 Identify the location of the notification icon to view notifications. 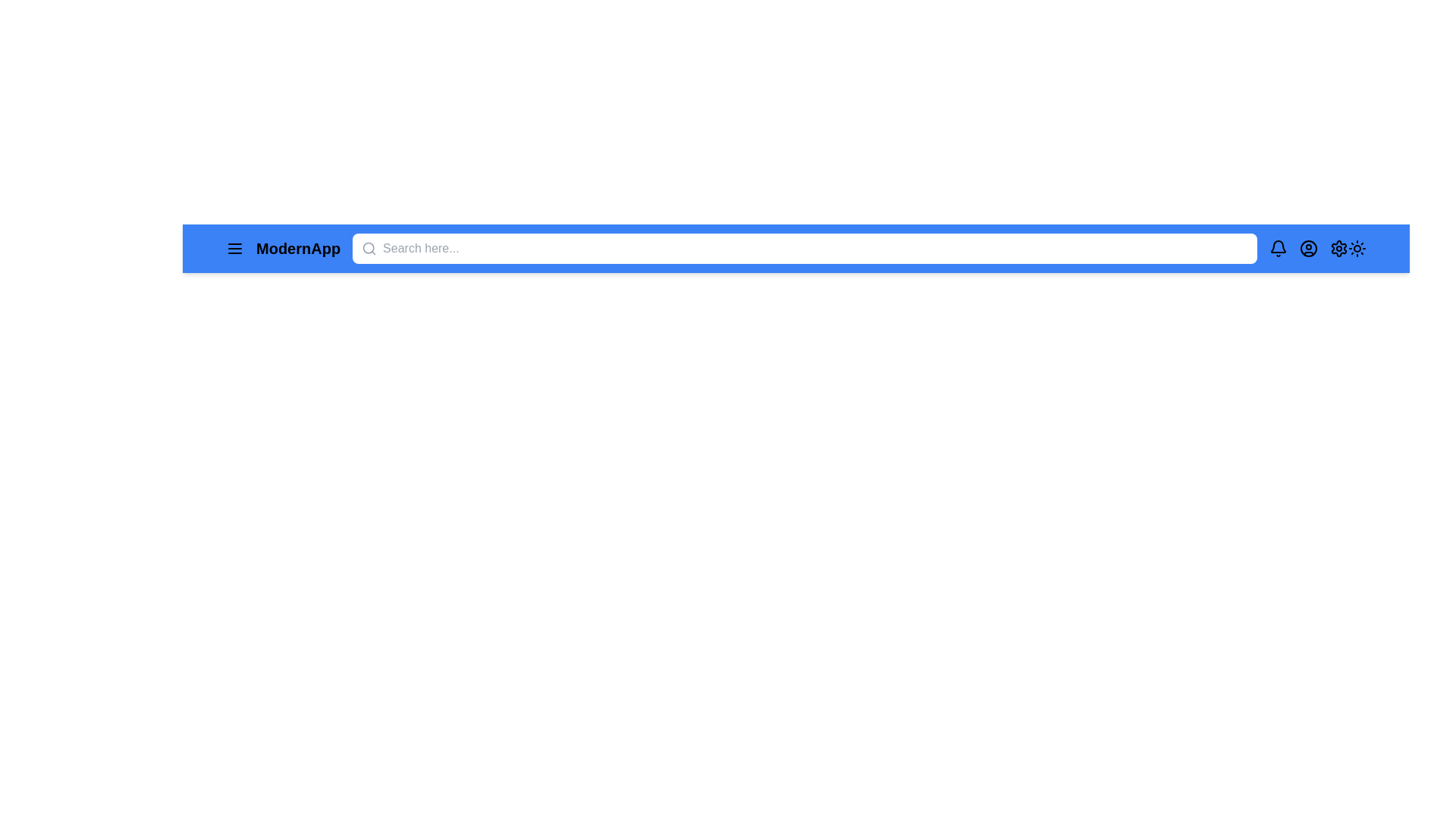
(1277, 247).